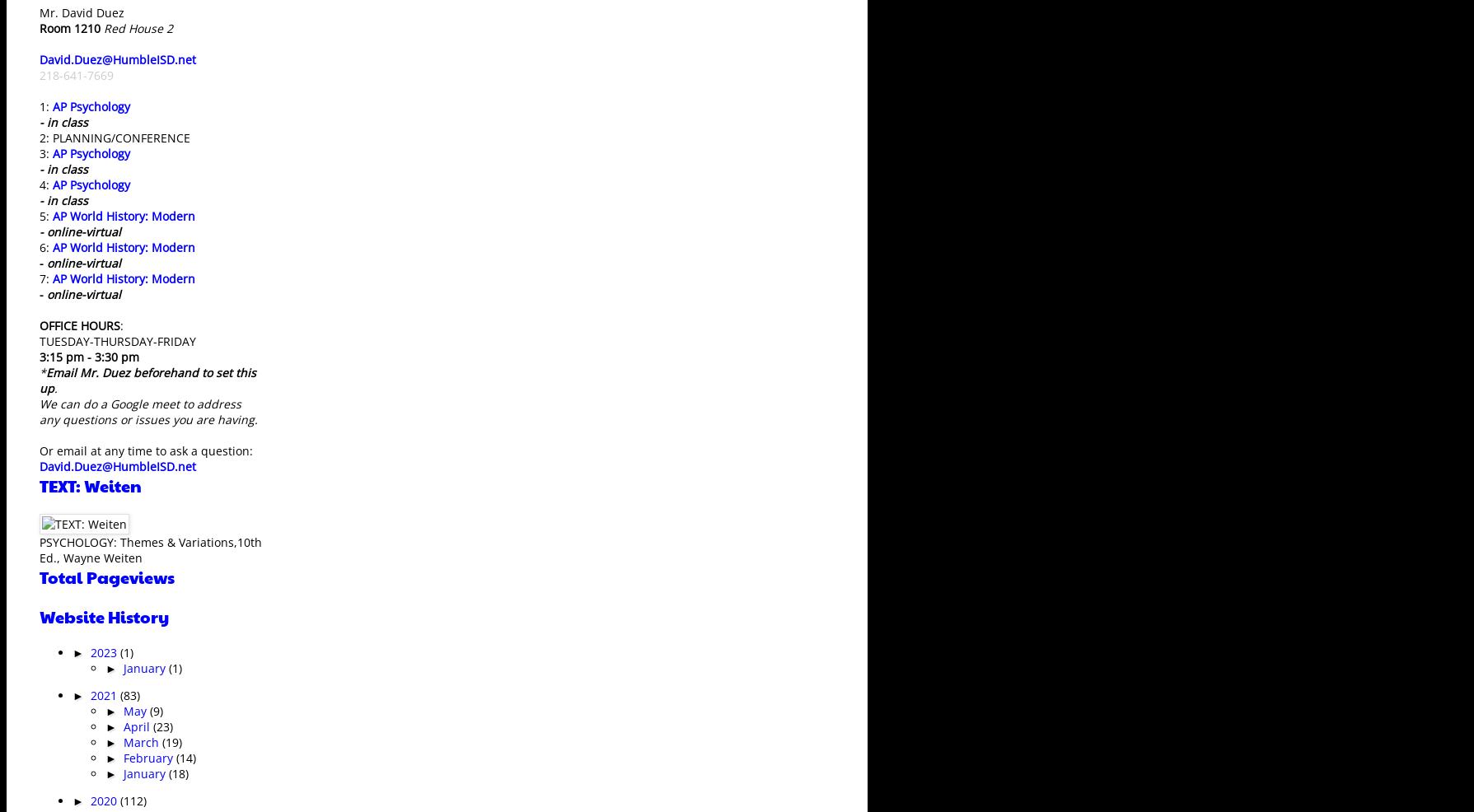 This screenshot has height=812, width=1474. I want to click on '(14)', so click(185, 757).